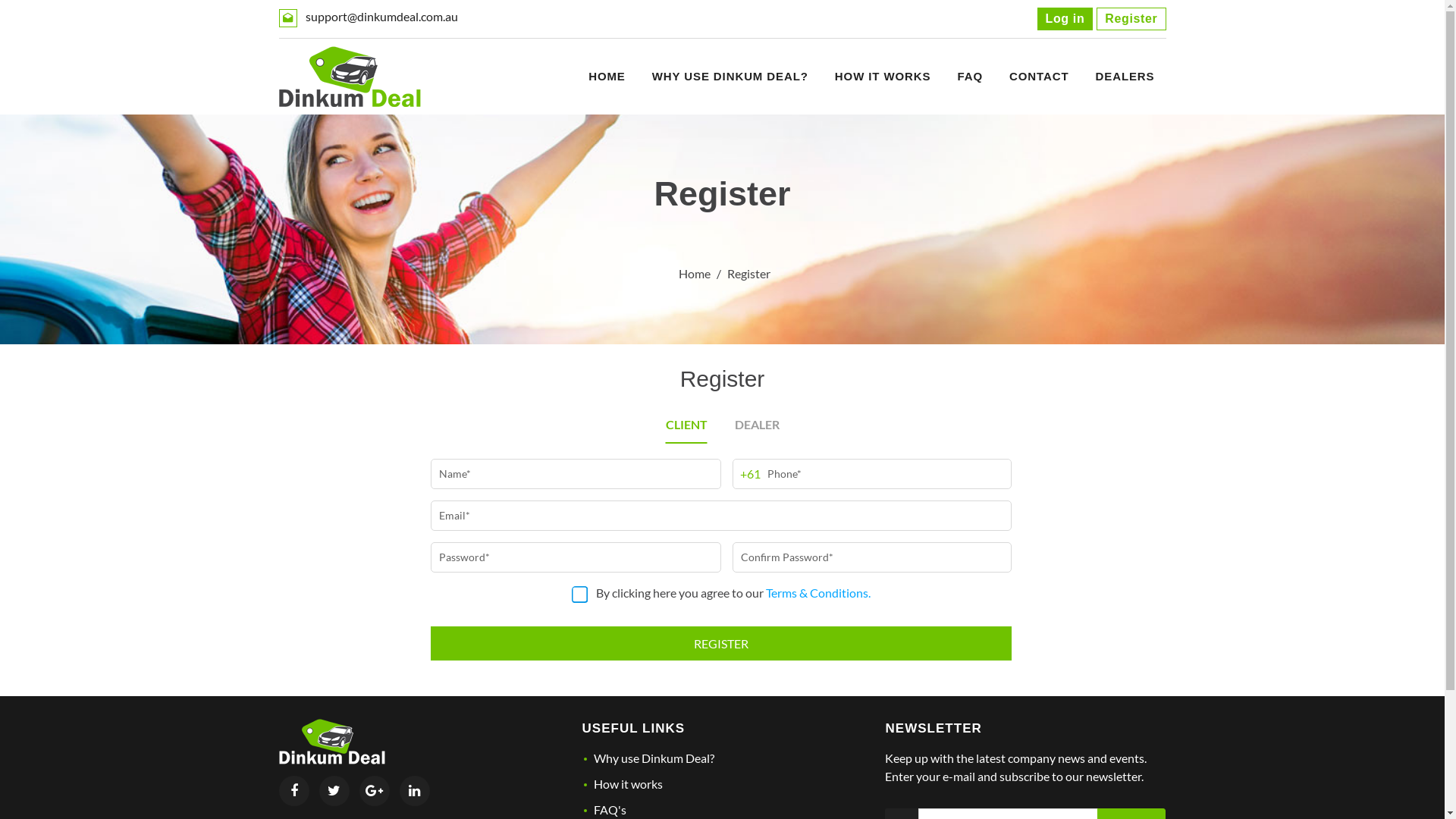 This screenshot has width=1456, height=819. What do you see at coordinates (1131, 18) in the screenshot?
I see `'Register'` at bounding box center [1131, 18].